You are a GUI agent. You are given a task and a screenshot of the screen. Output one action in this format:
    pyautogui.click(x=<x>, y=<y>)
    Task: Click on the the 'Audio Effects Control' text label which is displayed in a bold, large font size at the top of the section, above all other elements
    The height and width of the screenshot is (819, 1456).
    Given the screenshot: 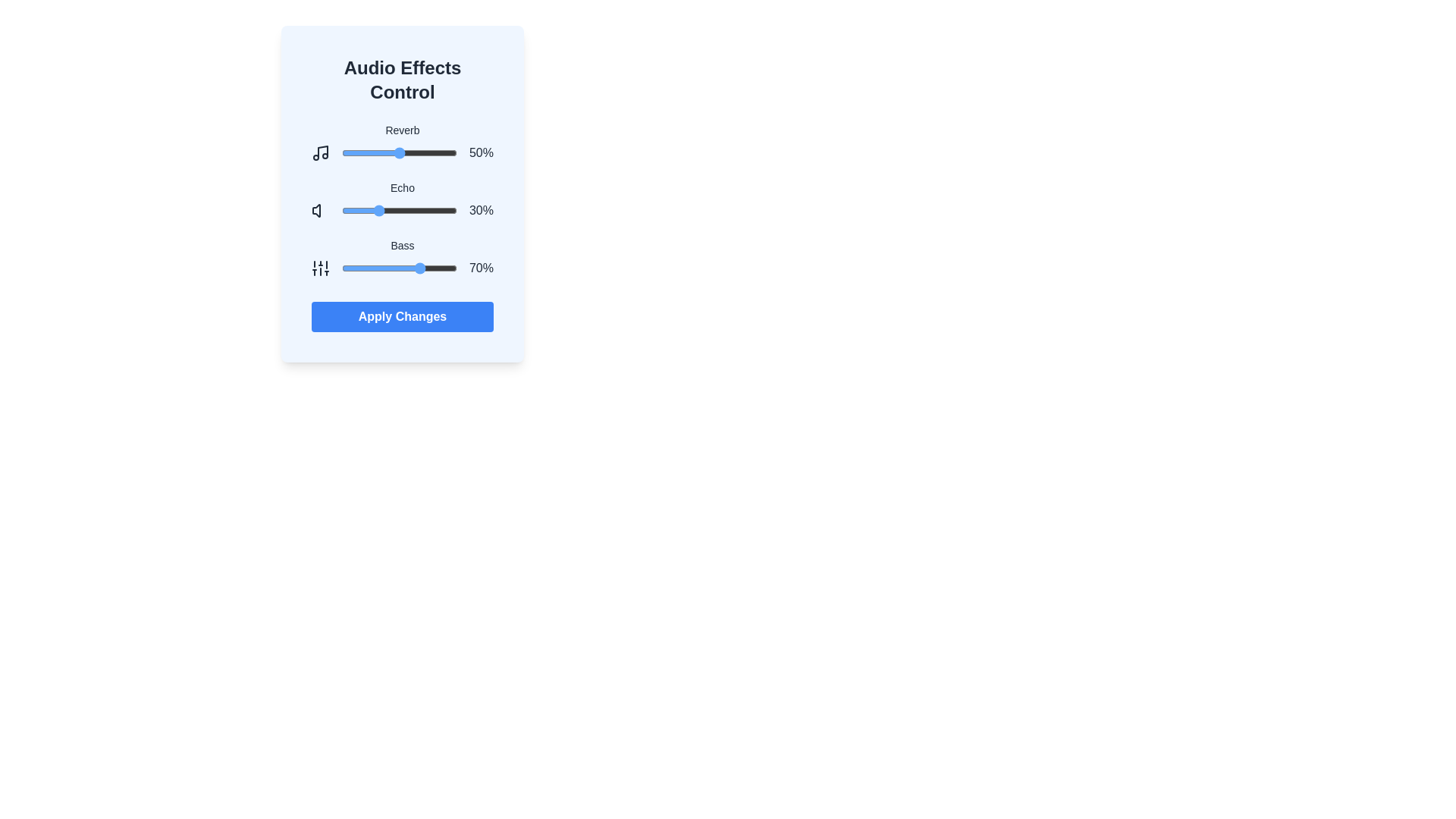 What is the action you would take?
    pyautogui.click(x=403, y=80)
    